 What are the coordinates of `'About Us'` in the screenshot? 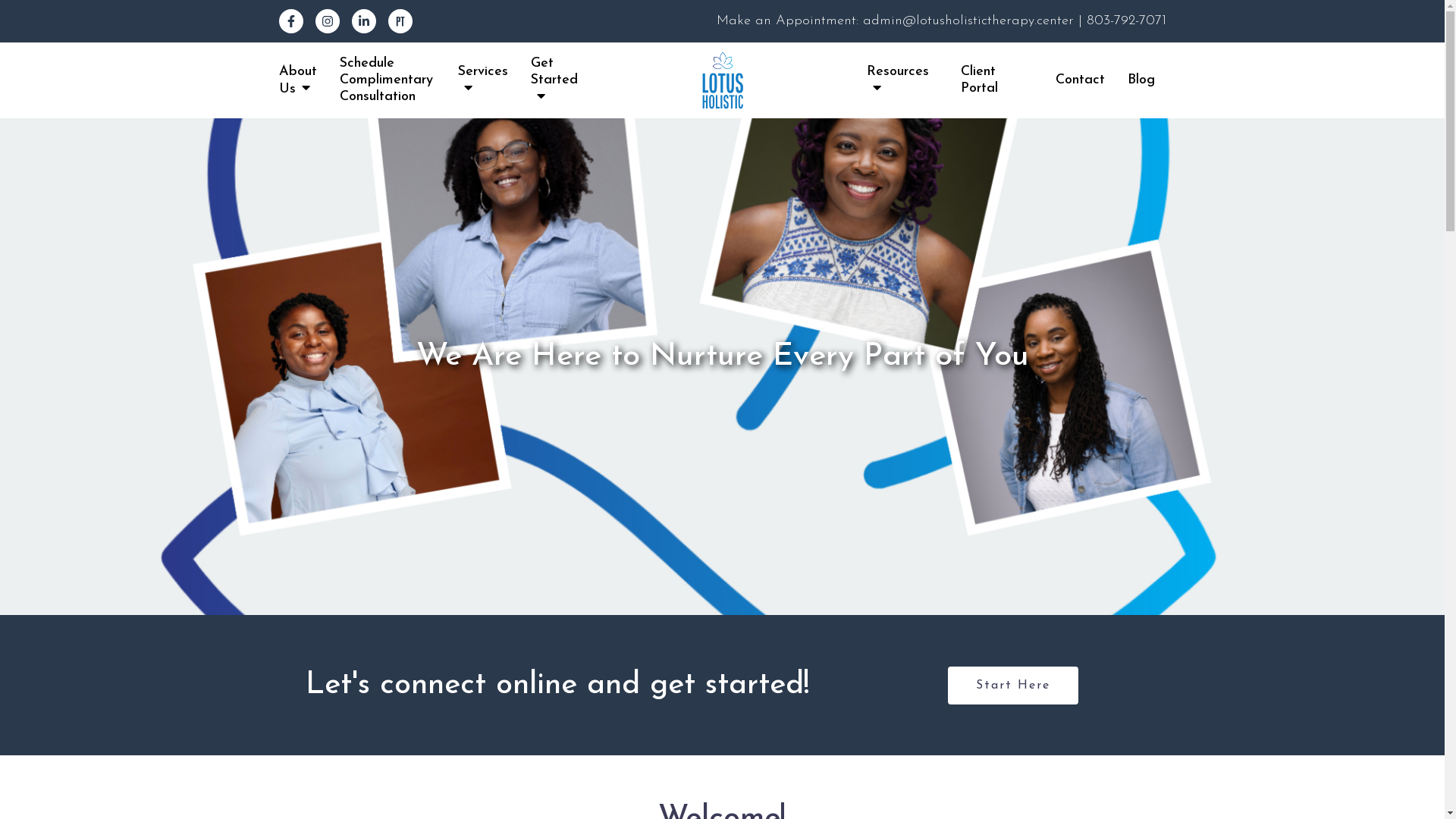 It's located at (298, 80).